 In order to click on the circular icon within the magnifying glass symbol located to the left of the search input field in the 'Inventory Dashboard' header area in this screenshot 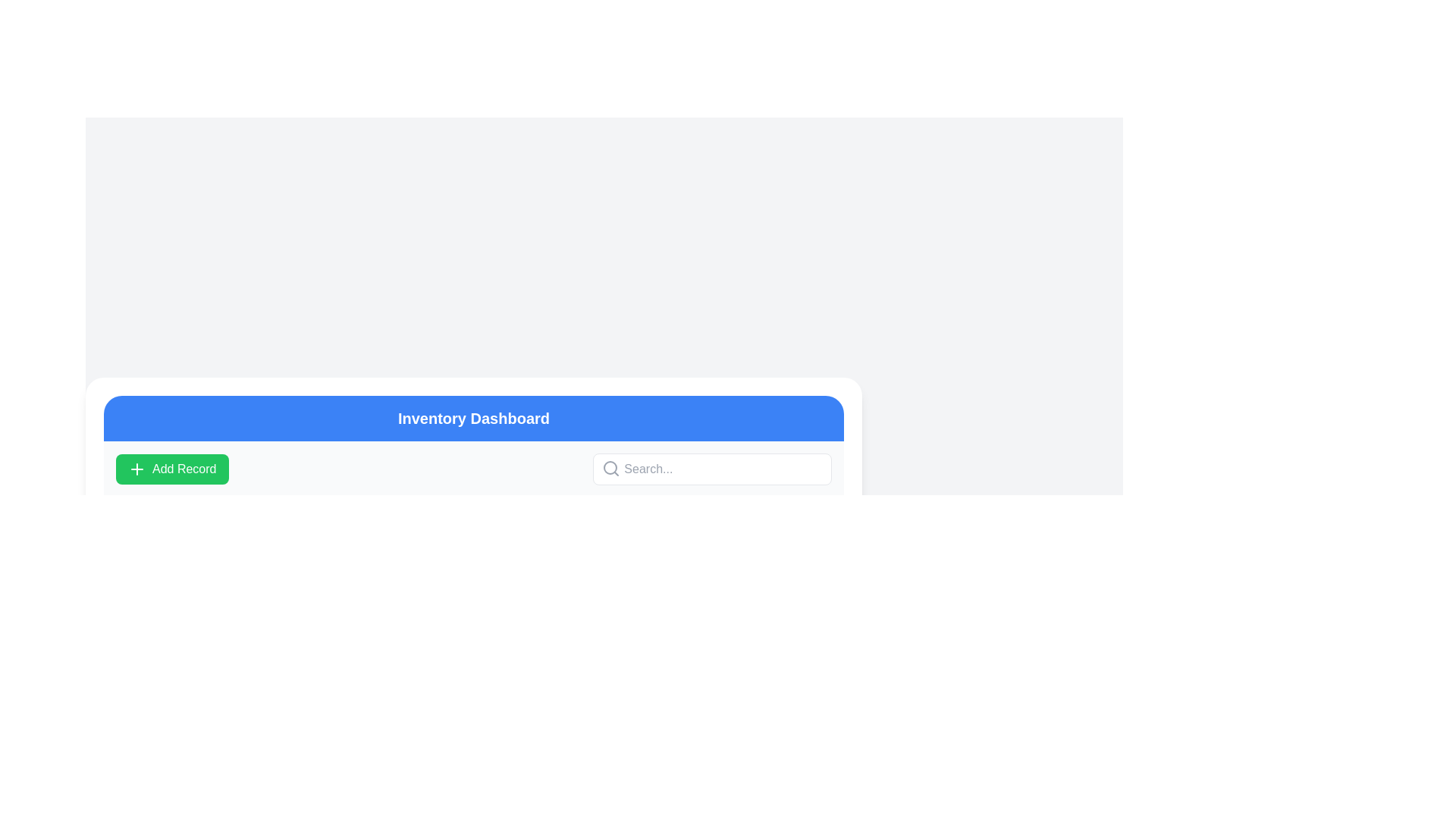, I will do `click(610, 467)`.